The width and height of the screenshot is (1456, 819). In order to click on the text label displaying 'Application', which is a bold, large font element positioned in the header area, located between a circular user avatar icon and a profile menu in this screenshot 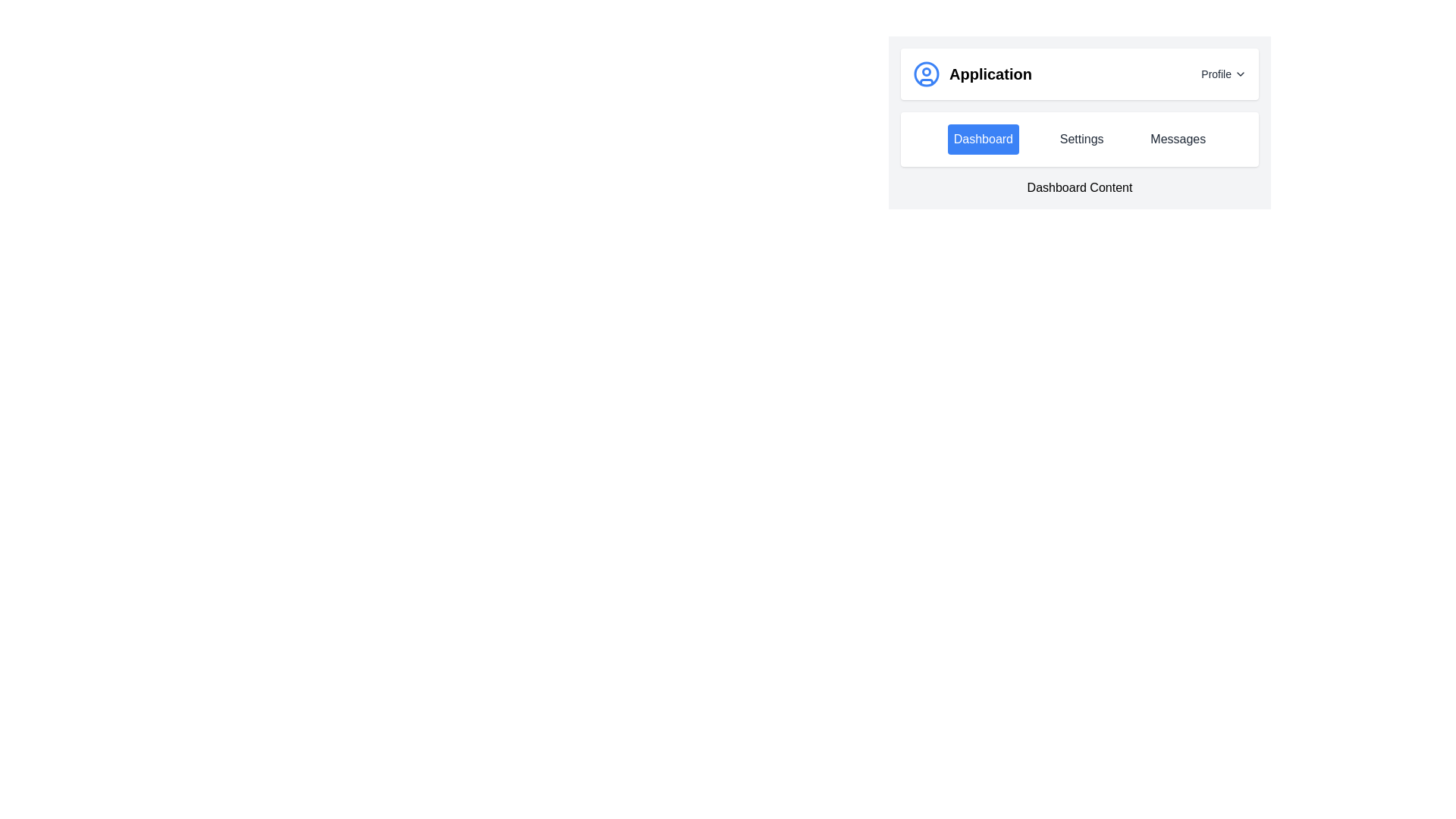, I will do `click(990, 74)`.